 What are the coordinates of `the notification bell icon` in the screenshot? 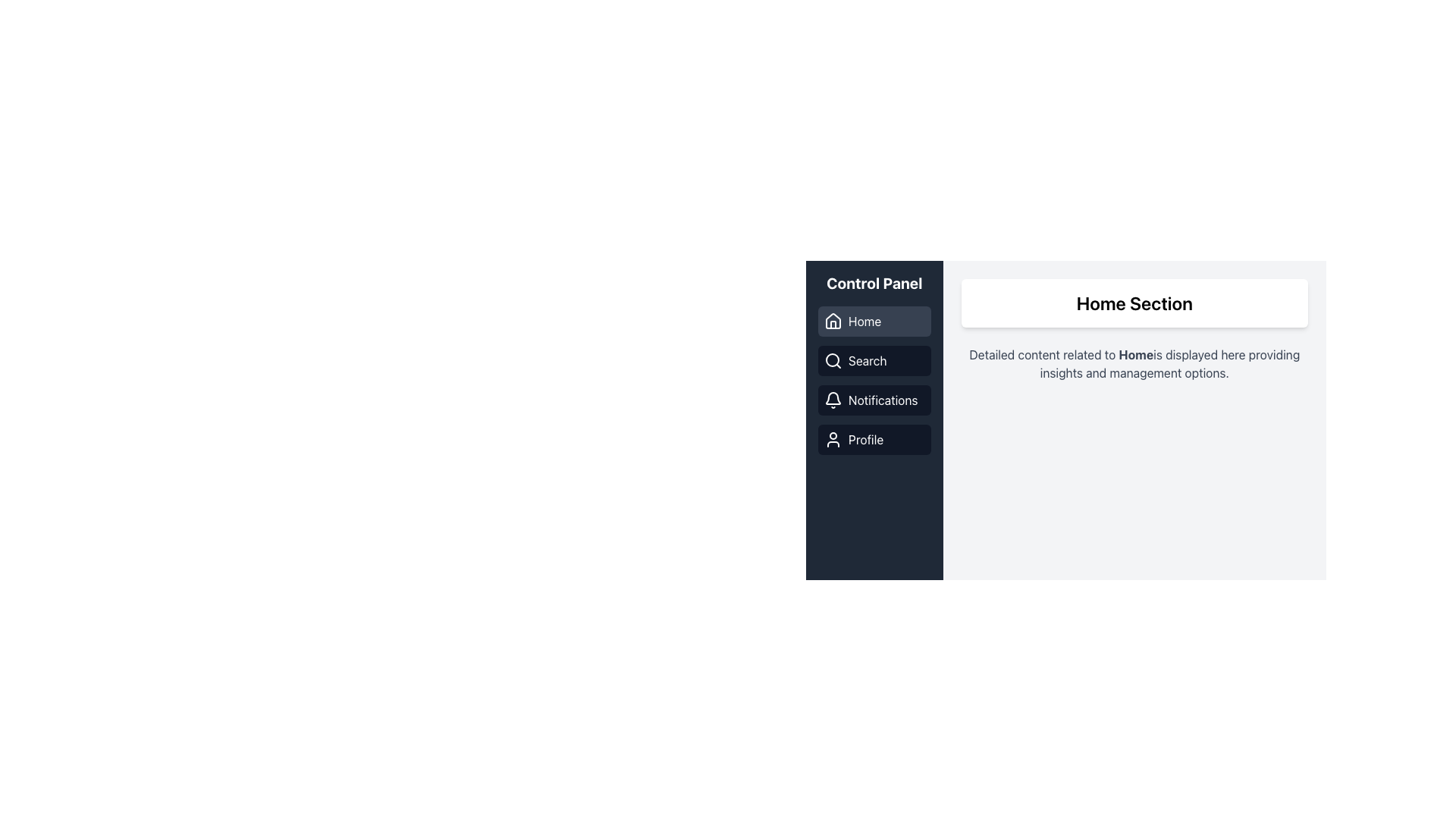 It's located at (833, 397).